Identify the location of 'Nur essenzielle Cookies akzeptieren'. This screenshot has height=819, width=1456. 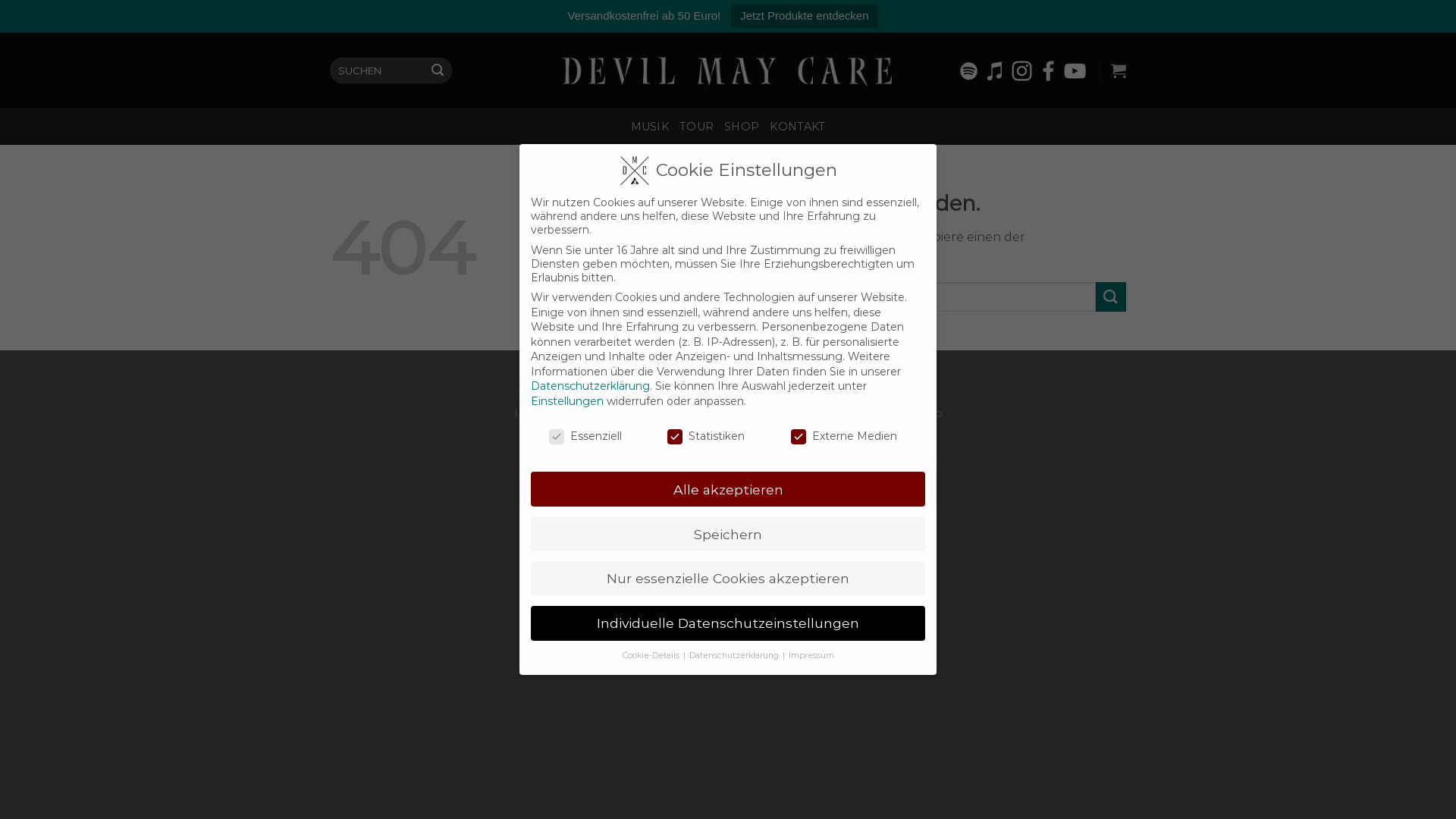
(728, 579).